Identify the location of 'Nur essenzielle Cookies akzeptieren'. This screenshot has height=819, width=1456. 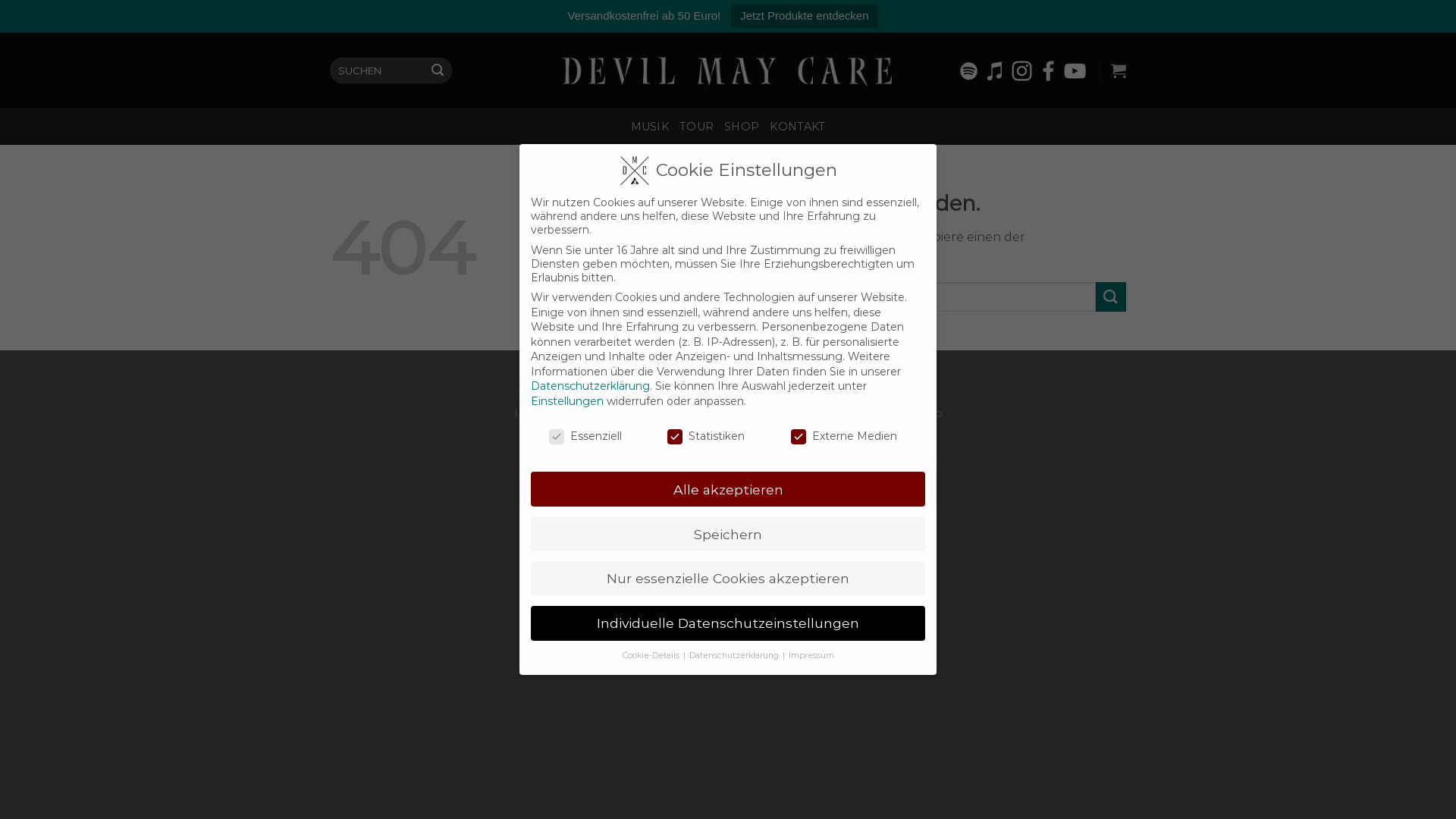
(728, 579).